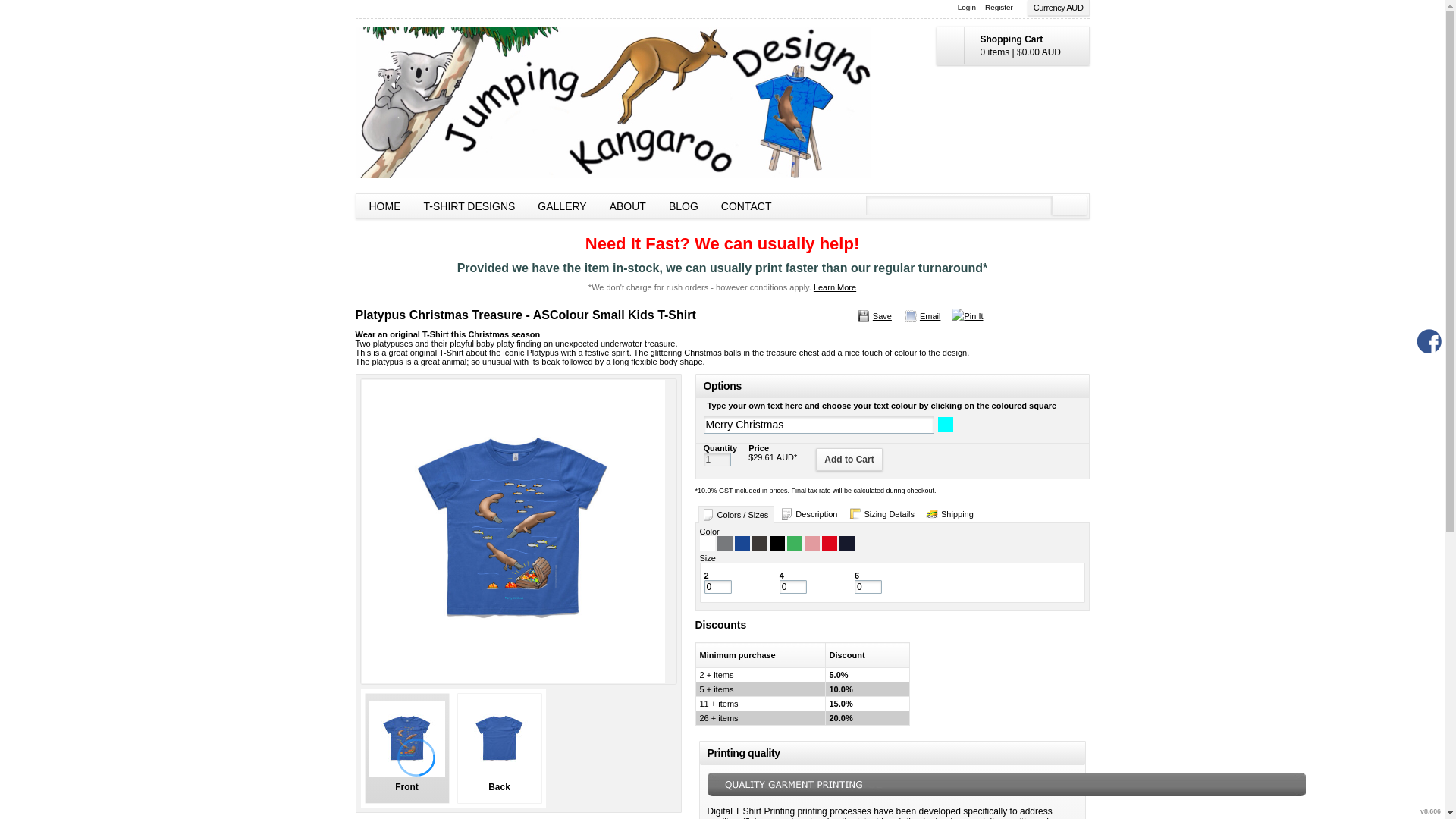 This screenshot has width=1456, height=819. Describe the element at coordinates (846, 543) in the screenshot. I see `'Navy'` at that location.